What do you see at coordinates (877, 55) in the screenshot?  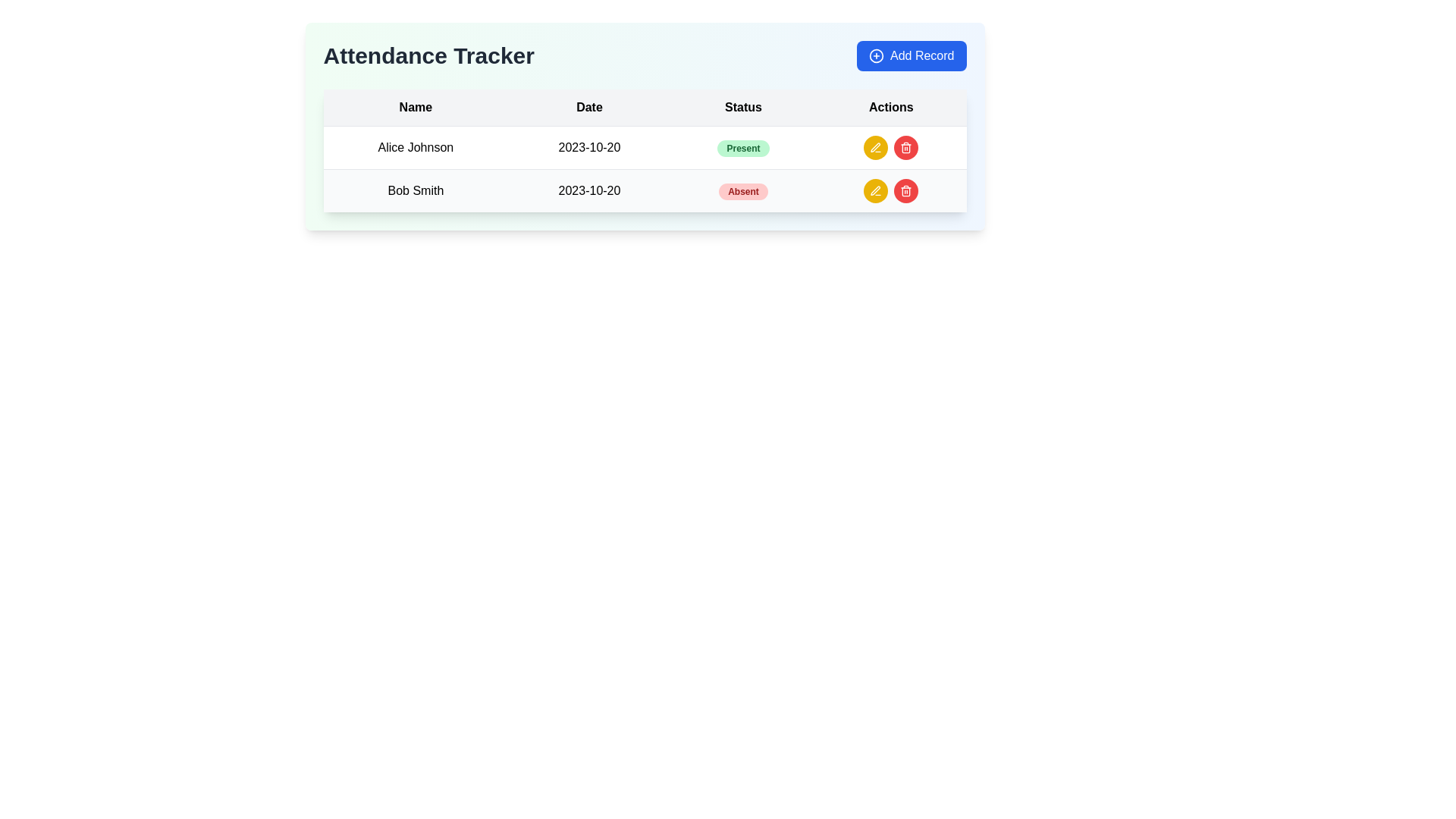 I see `the icon representing the addition of a record, located` at bounding box center [877, 55].